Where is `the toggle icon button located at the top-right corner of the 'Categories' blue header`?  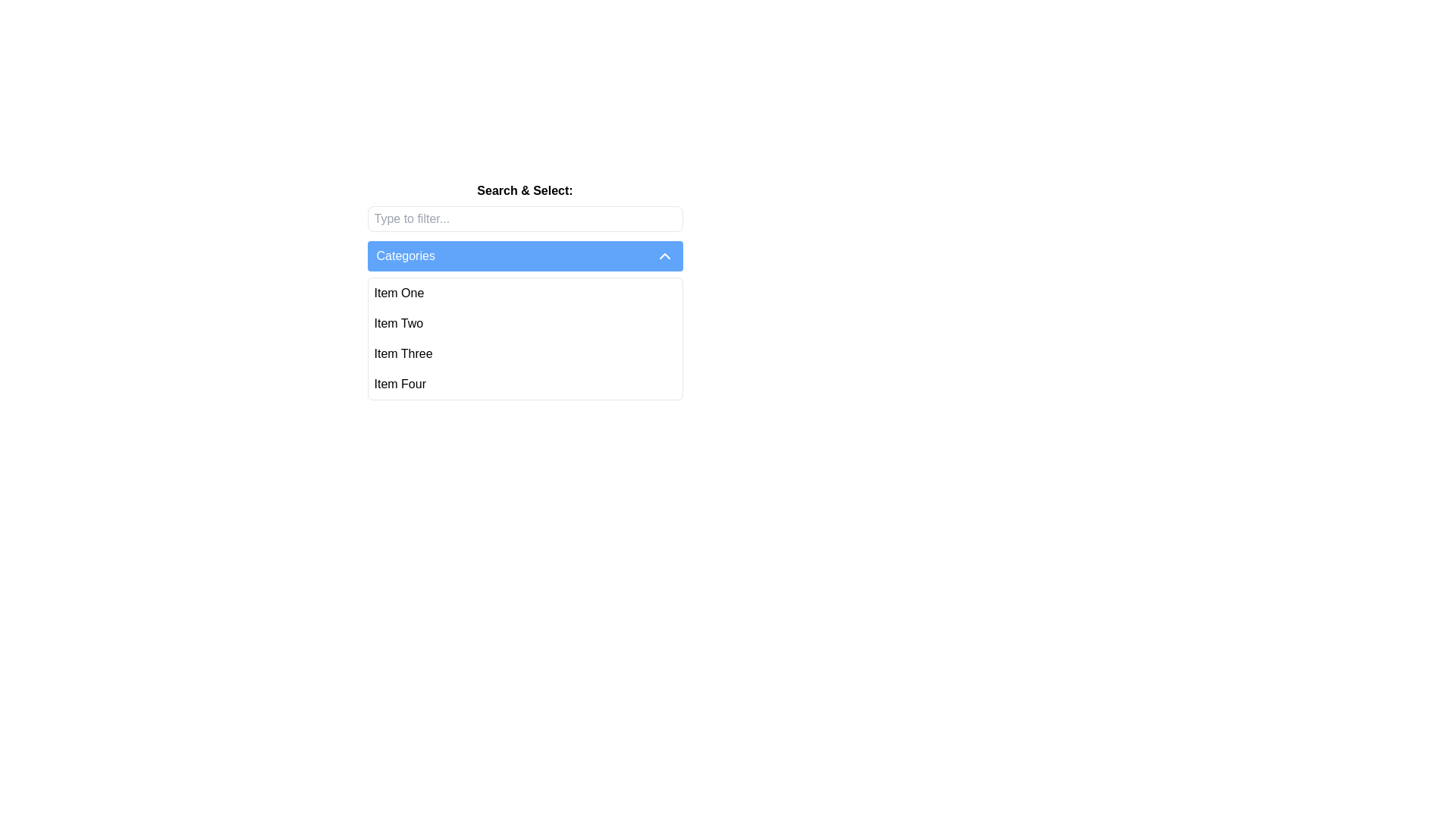
the toggle icon button located at the top-right corner of the 'Categories' blue header is located at coordinates (664, 256).